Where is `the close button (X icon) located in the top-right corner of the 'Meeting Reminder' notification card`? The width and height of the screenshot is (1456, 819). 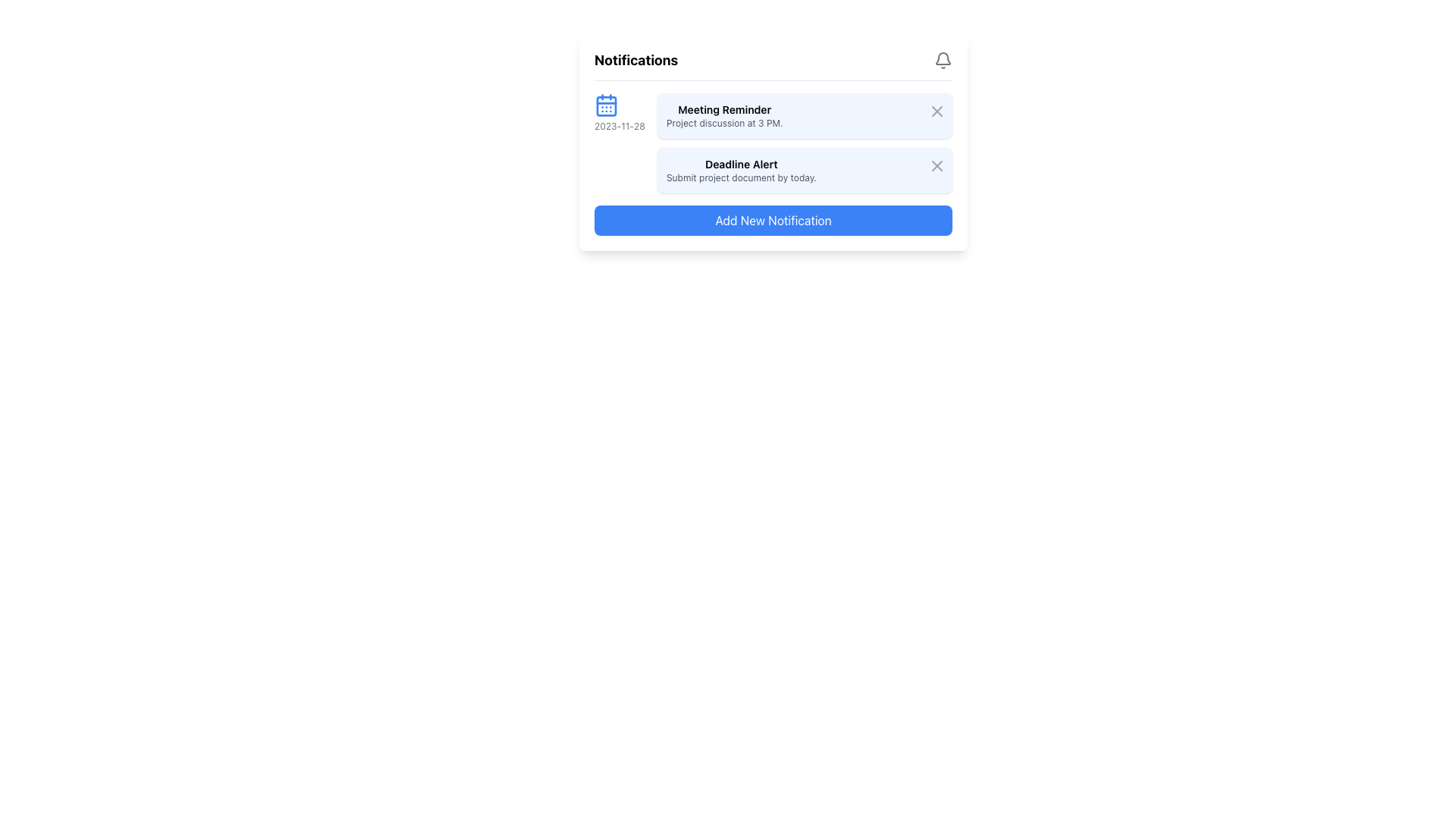 the close button (X icon) located in the top-right corner of the 'Meeting Reminder' notification card is located at coordinates (937, 110).